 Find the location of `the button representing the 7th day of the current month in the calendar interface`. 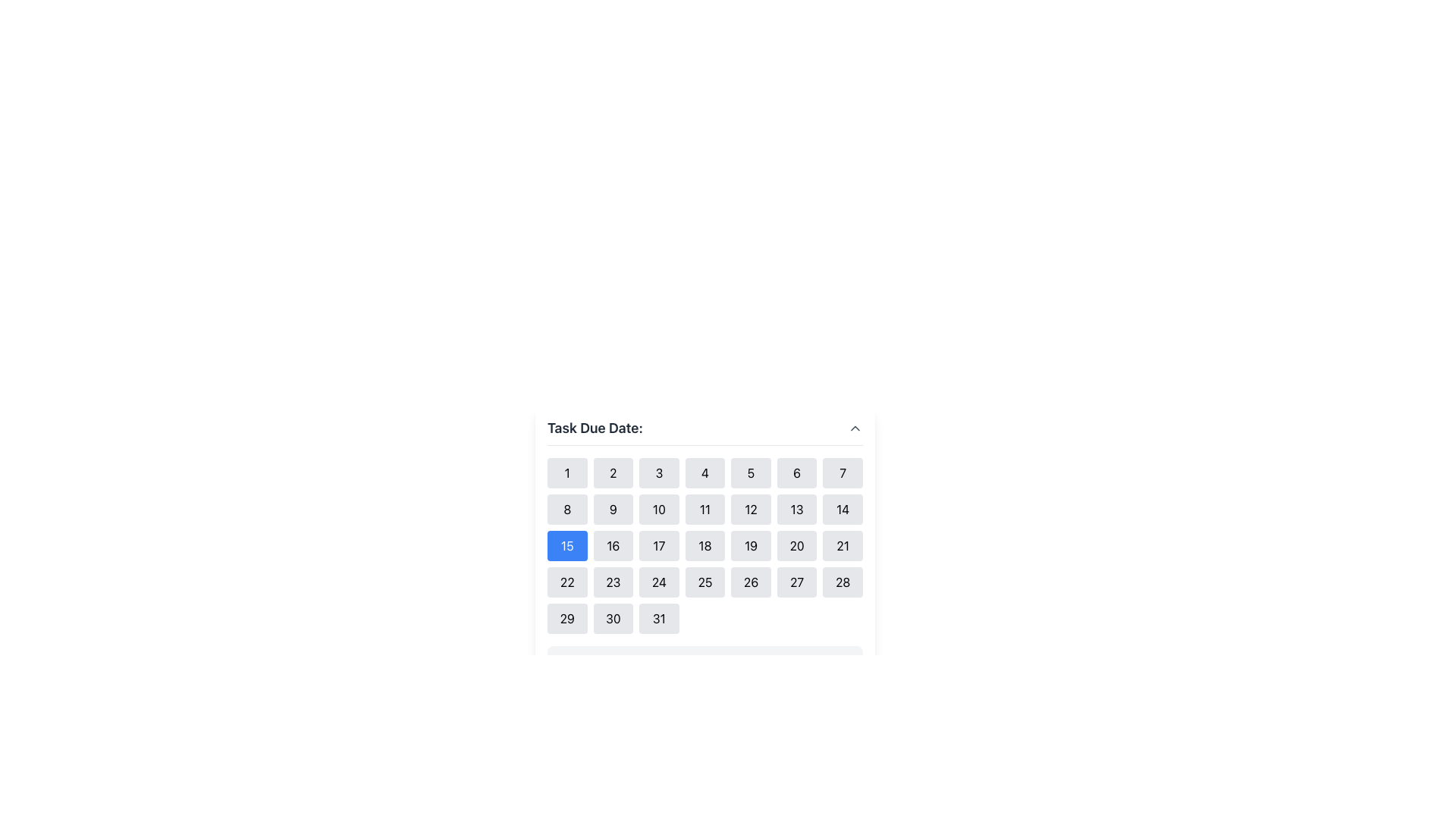

the button representing the 7th day of the current month in the calendar interface is located at coordinates (842, 472).